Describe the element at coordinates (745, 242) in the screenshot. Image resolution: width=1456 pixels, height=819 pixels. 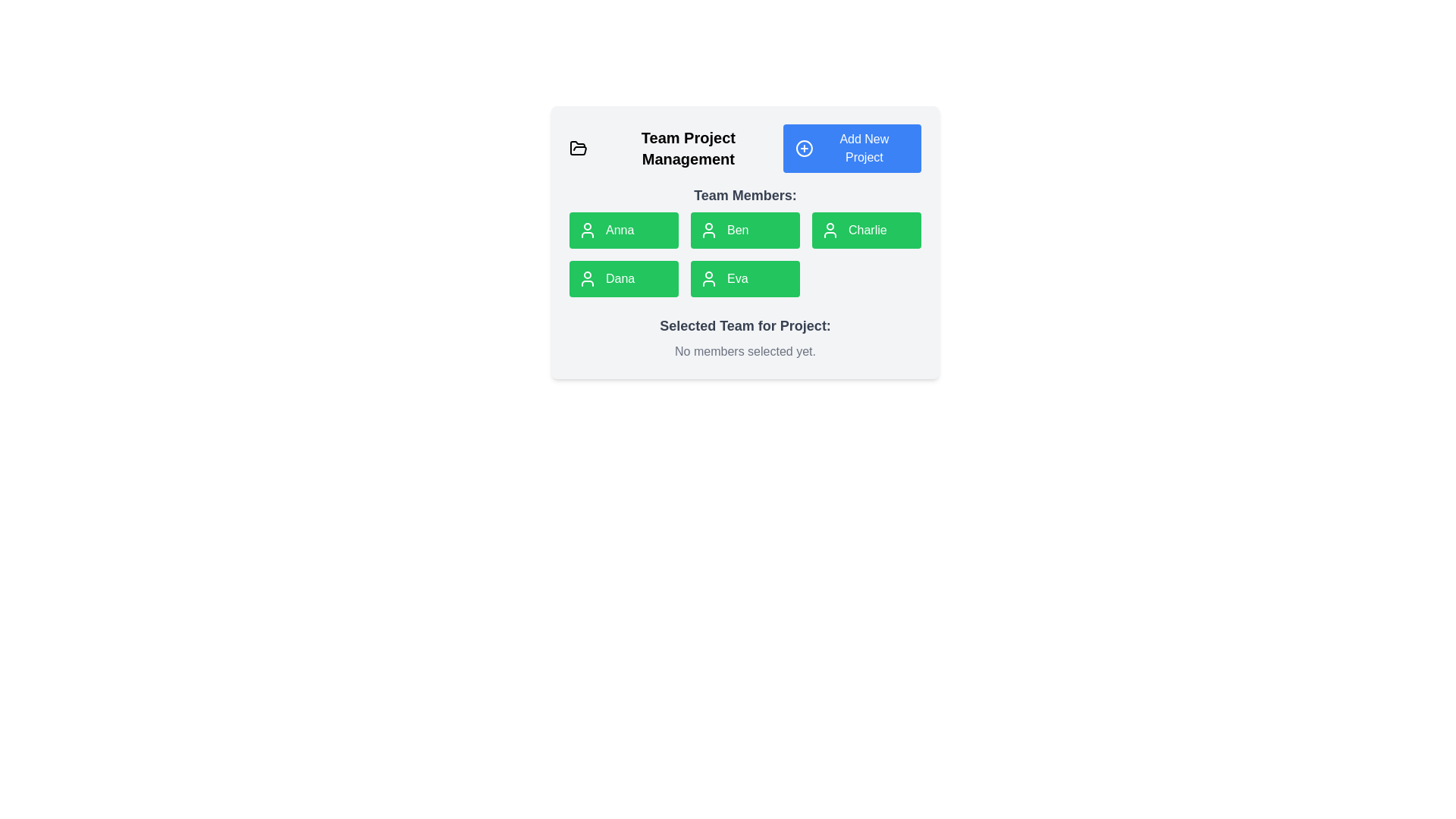
I see `the A button-like element in the 'Team Members' section` at that location.